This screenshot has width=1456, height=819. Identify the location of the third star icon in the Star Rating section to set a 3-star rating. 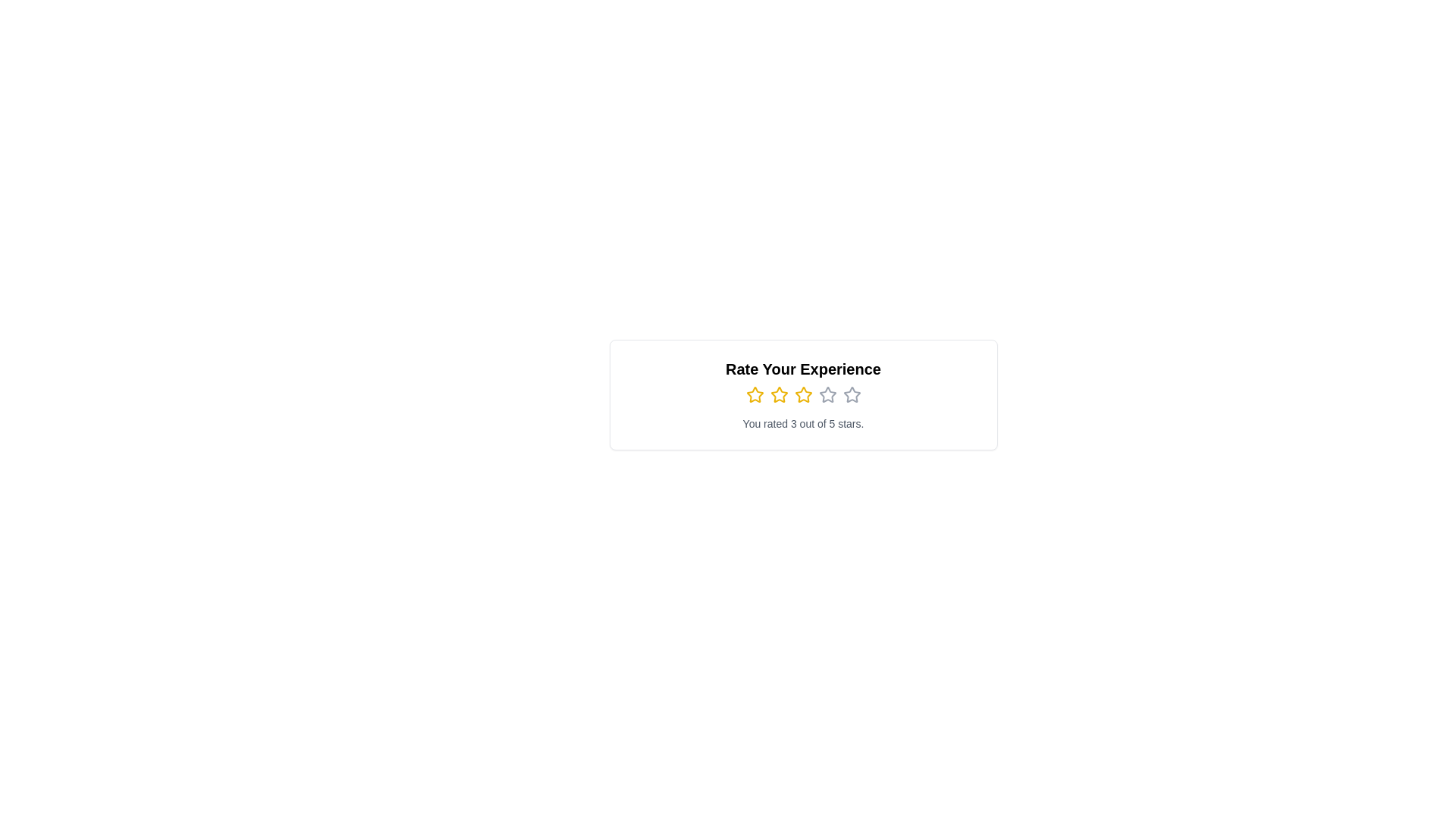
(826, 394).